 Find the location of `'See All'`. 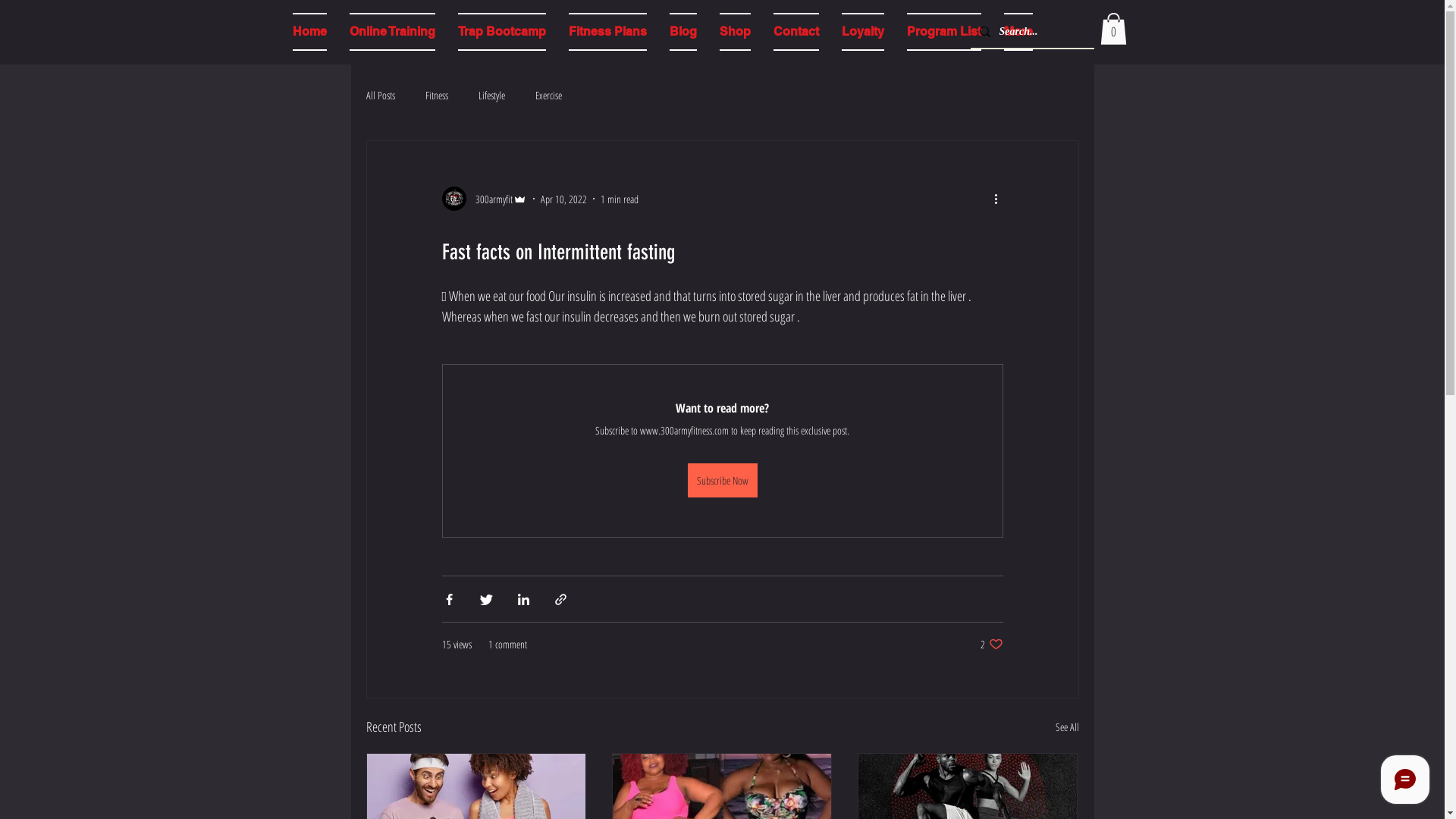

'See All' is located at coordinates (1066, 726).